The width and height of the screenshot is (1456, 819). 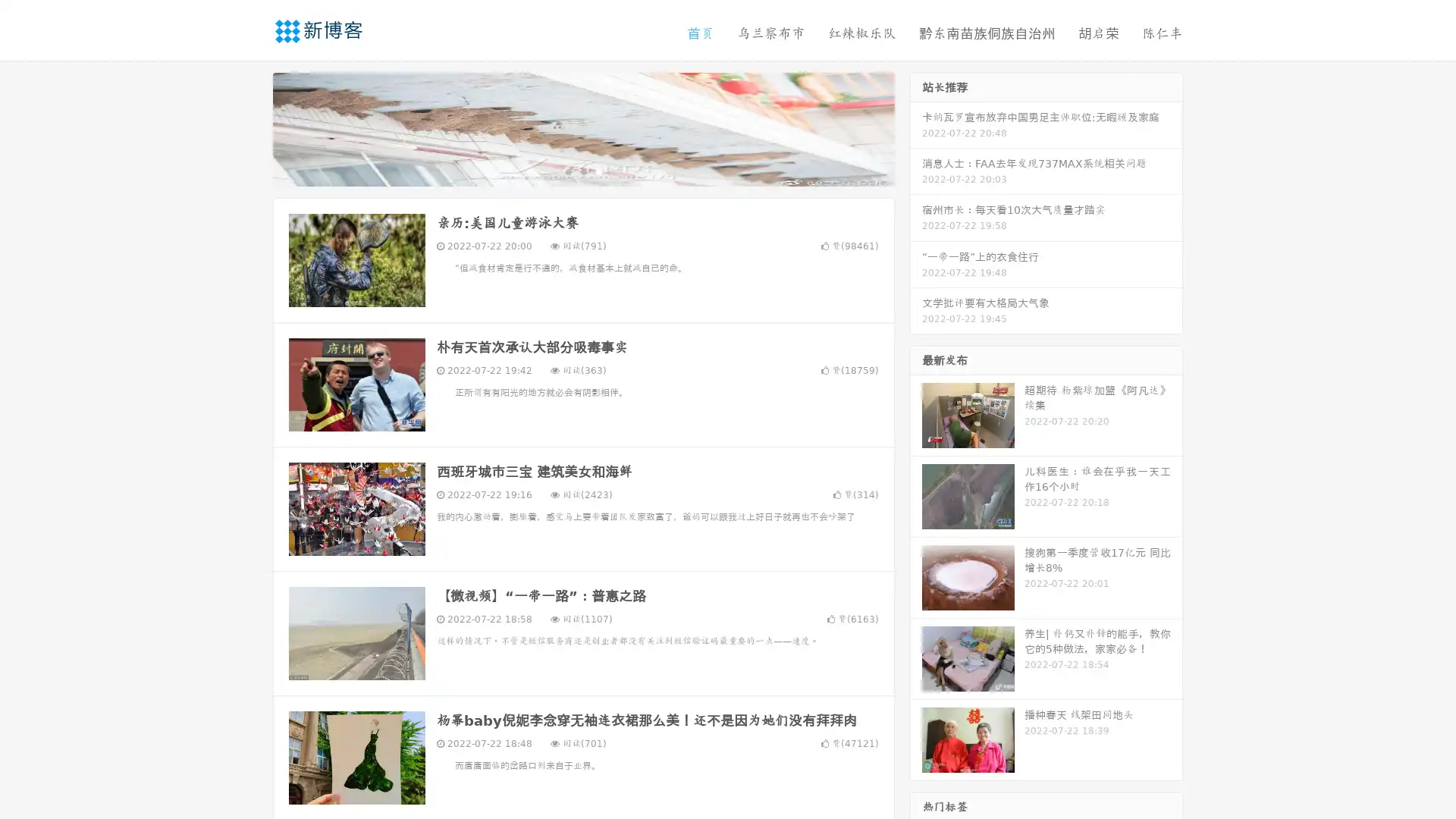 I want to click on Previous slide, so click(x=250, y=127).